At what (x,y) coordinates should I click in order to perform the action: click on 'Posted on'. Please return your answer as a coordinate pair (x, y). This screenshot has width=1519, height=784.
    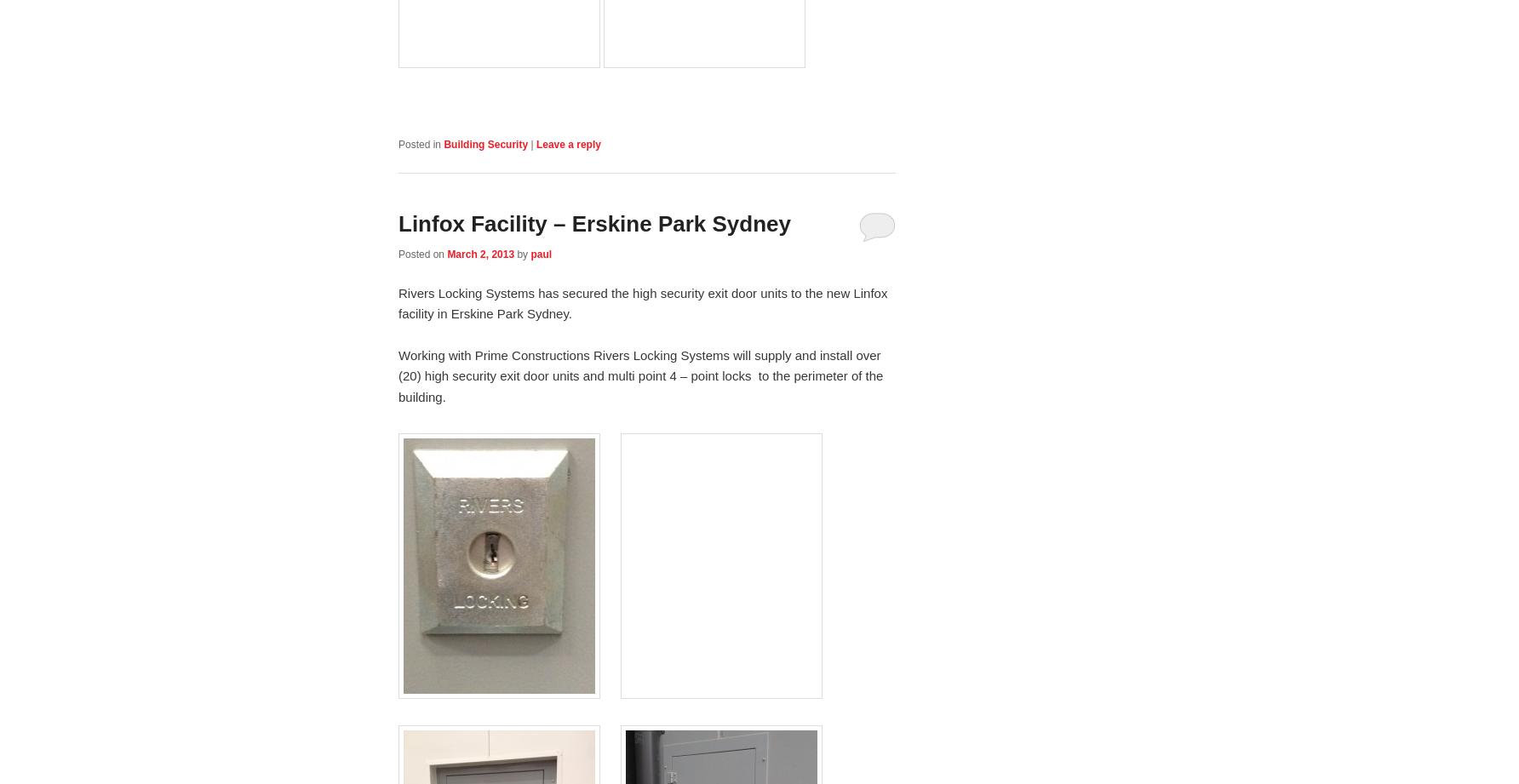
    Looking at the image, I should click on (422, 253).